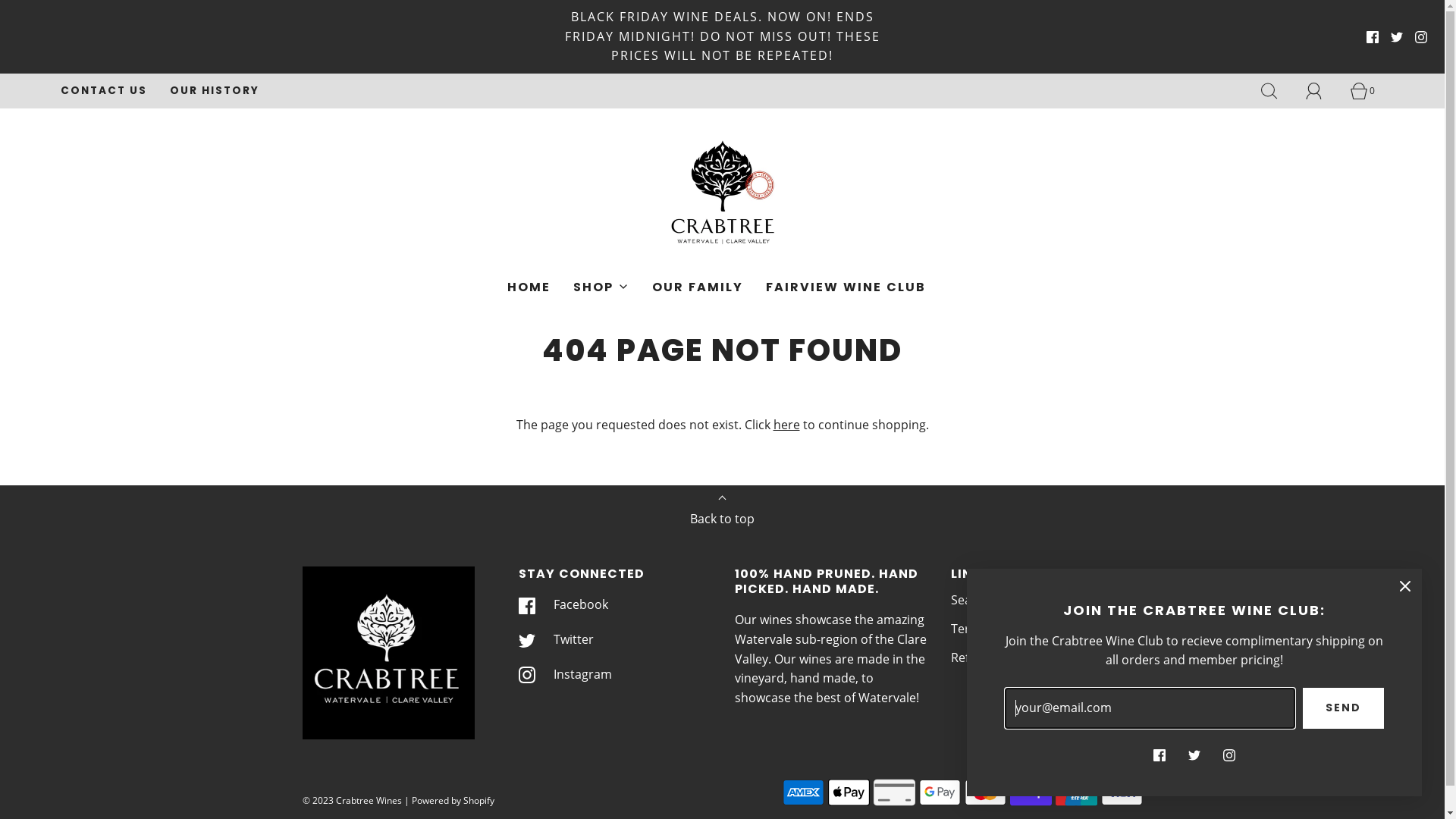 Image resolution: width=1456 pixels, height=819 pixels. What do you see at coordinates (214, 90) in the screenshot?
I see `'OUR HISTORY'` at bounding box center [214, 90].